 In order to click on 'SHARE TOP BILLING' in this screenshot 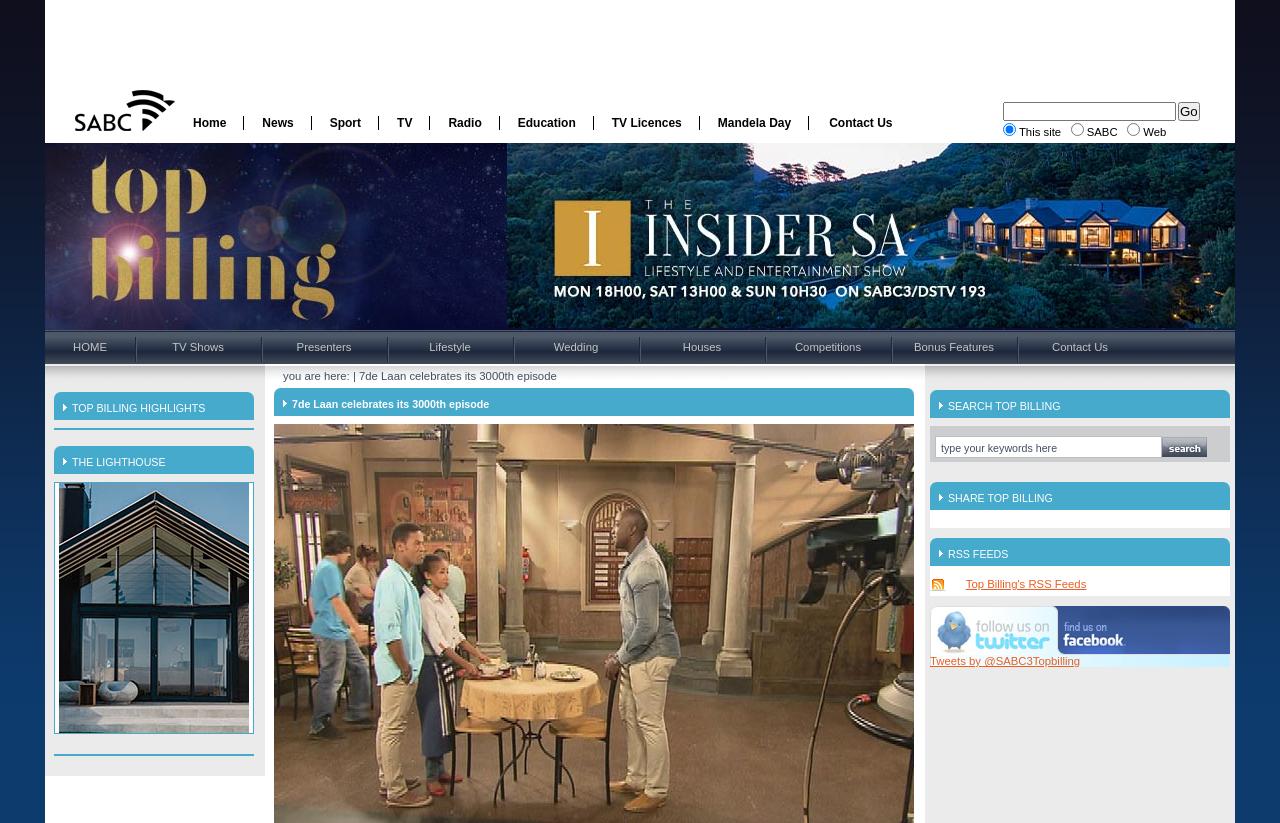, I will do `click(946, 497)`.